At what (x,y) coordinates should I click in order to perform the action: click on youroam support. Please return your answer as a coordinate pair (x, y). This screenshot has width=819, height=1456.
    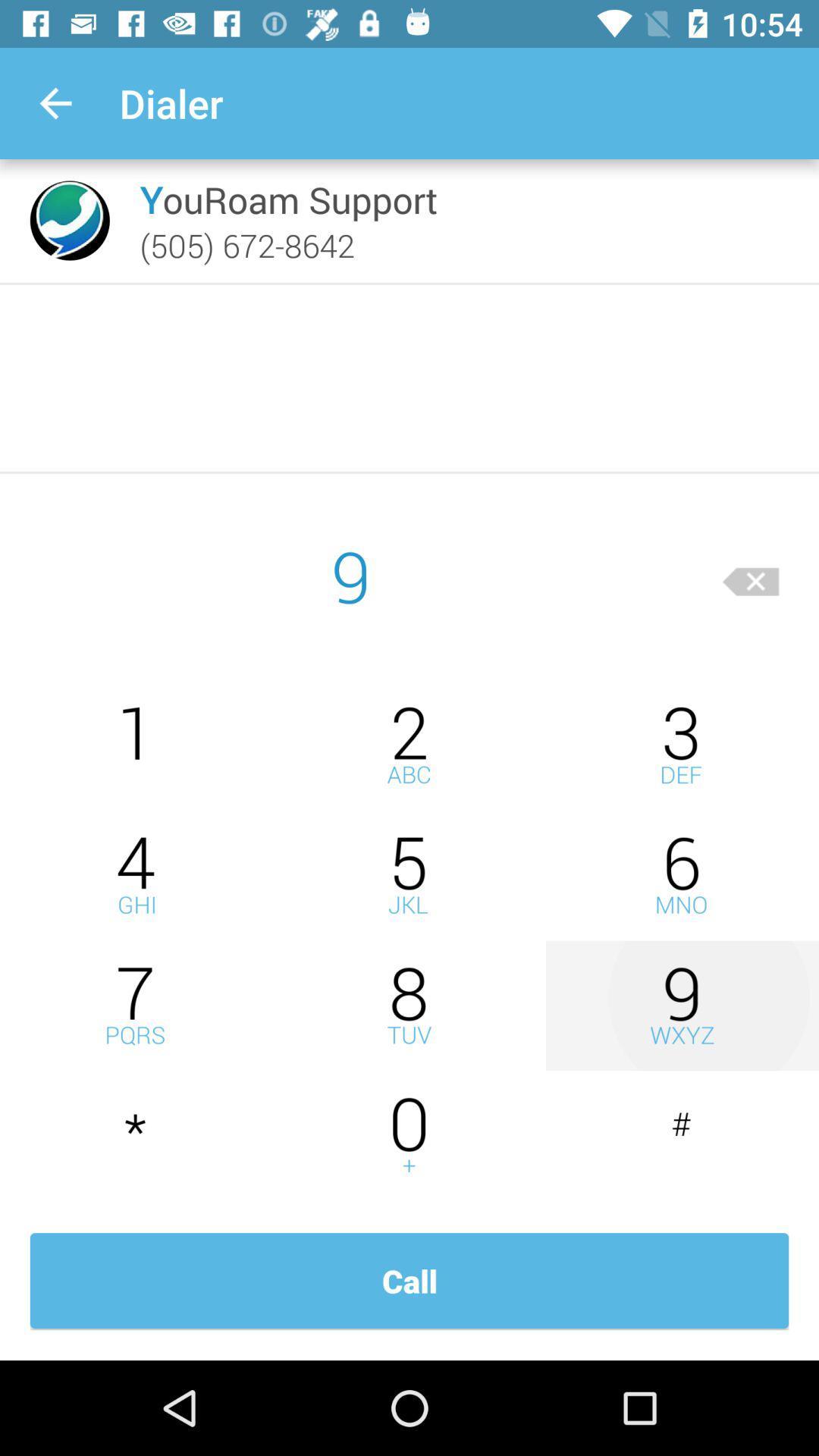
    Looking at the image, I should click on (288, 199).